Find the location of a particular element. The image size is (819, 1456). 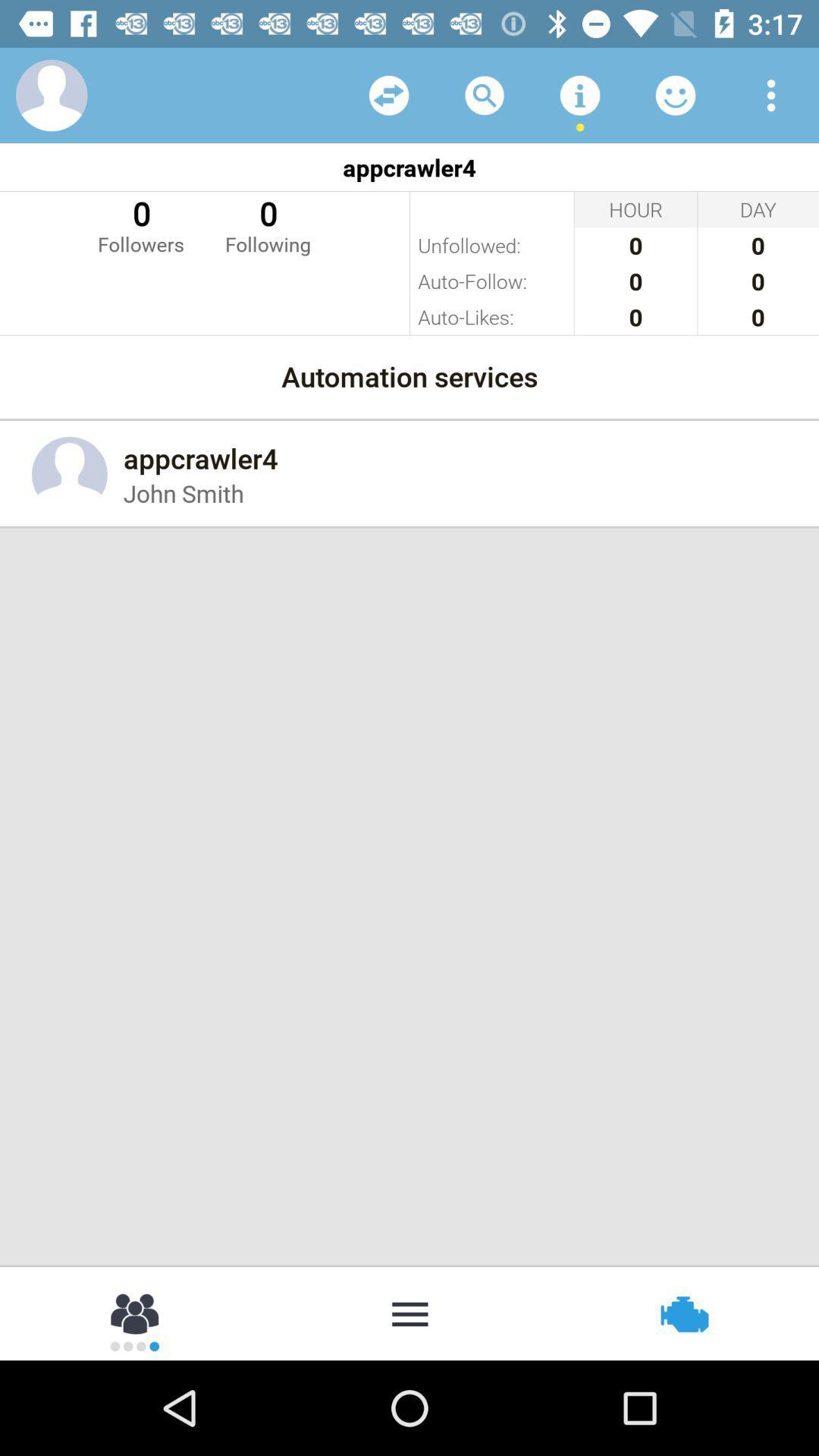

search is located at coordinates (485, 94).